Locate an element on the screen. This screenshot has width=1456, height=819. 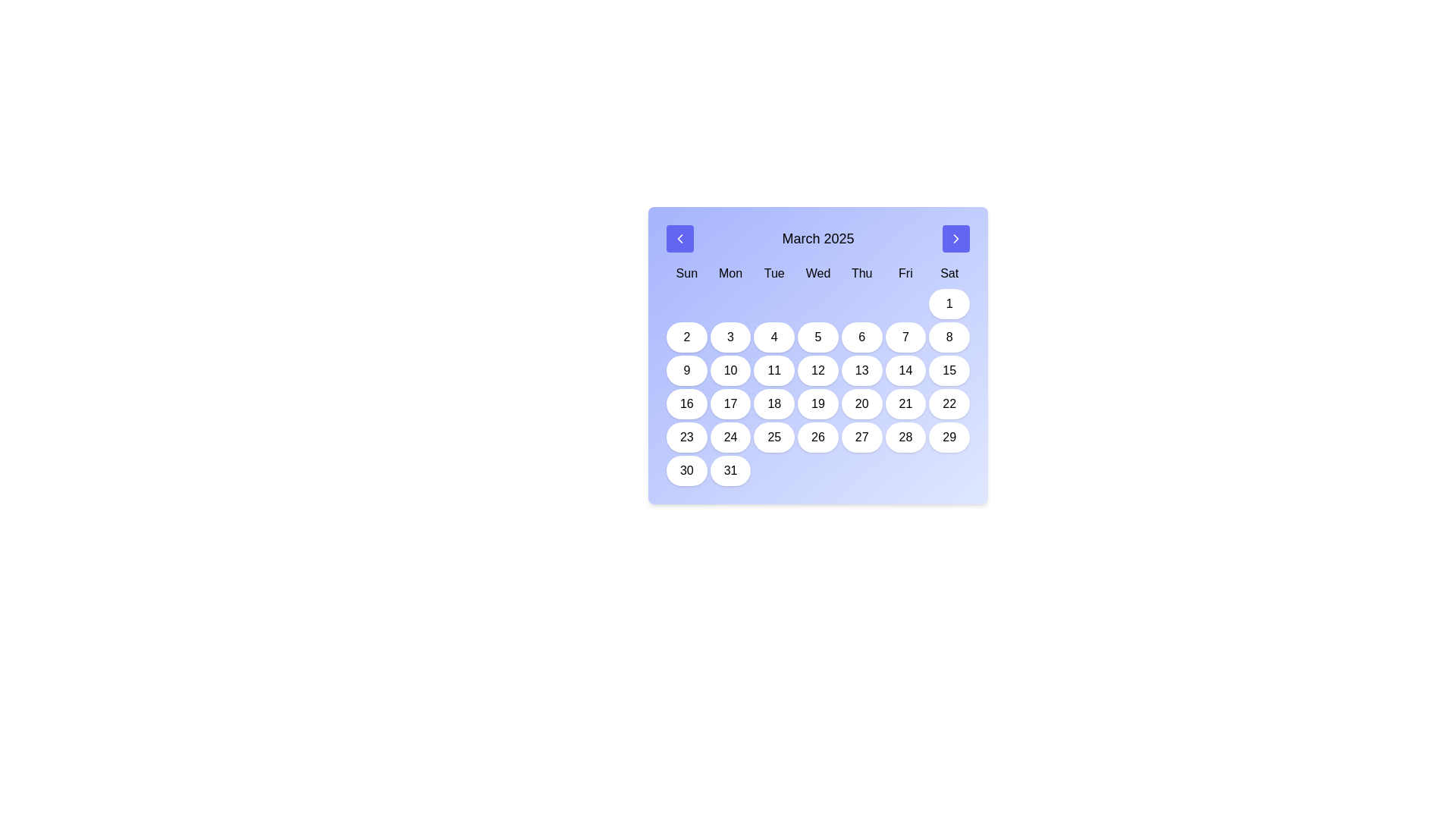
the selectable day button located in the first row and third column of the calendar view is located at coordinates (730, 336).